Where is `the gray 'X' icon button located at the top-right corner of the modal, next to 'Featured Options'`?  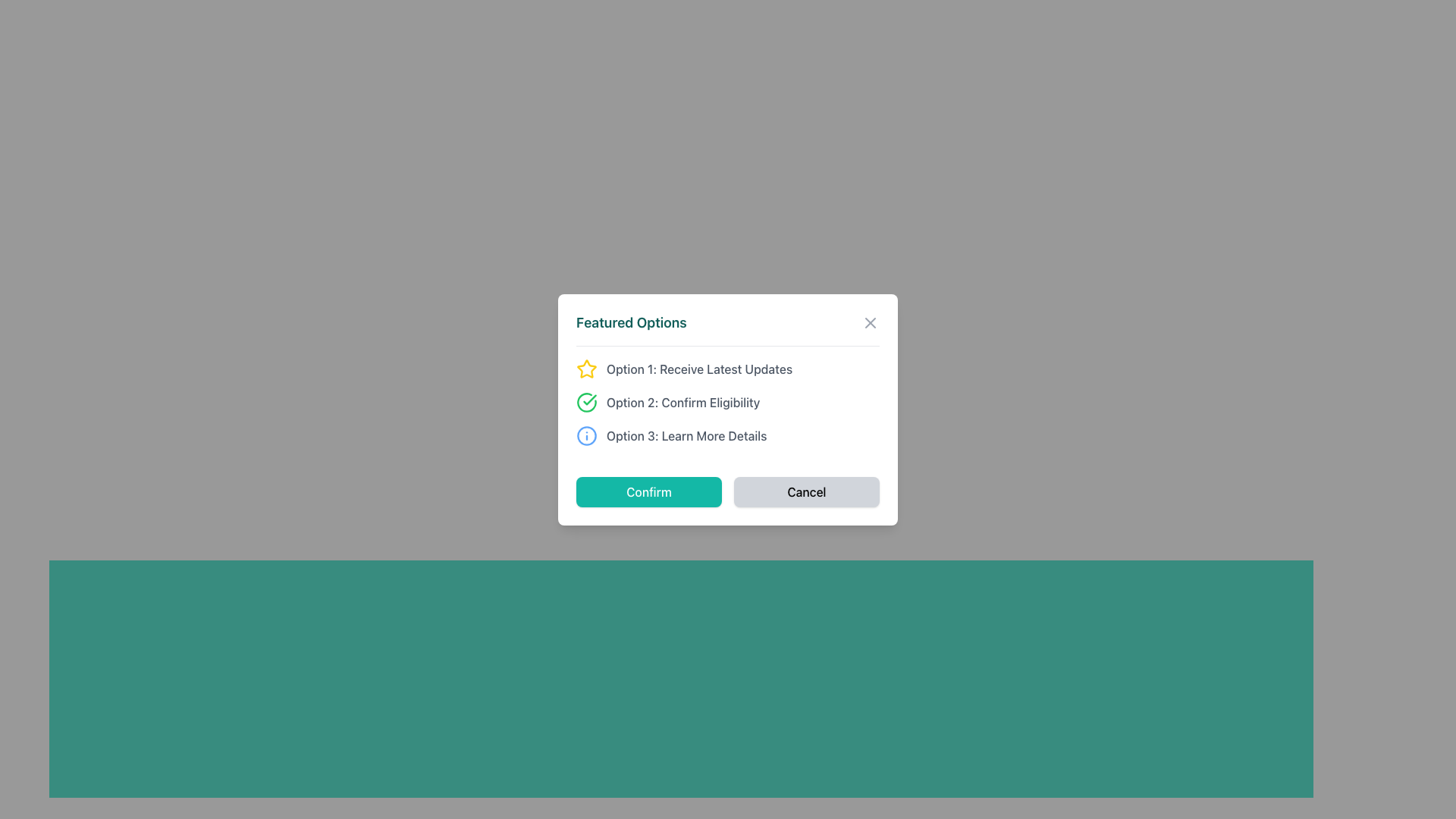 the gray 'X' icon button located at the top-right corner of the modal, next to 'Featured Options' is located at coordinates (870, 321).